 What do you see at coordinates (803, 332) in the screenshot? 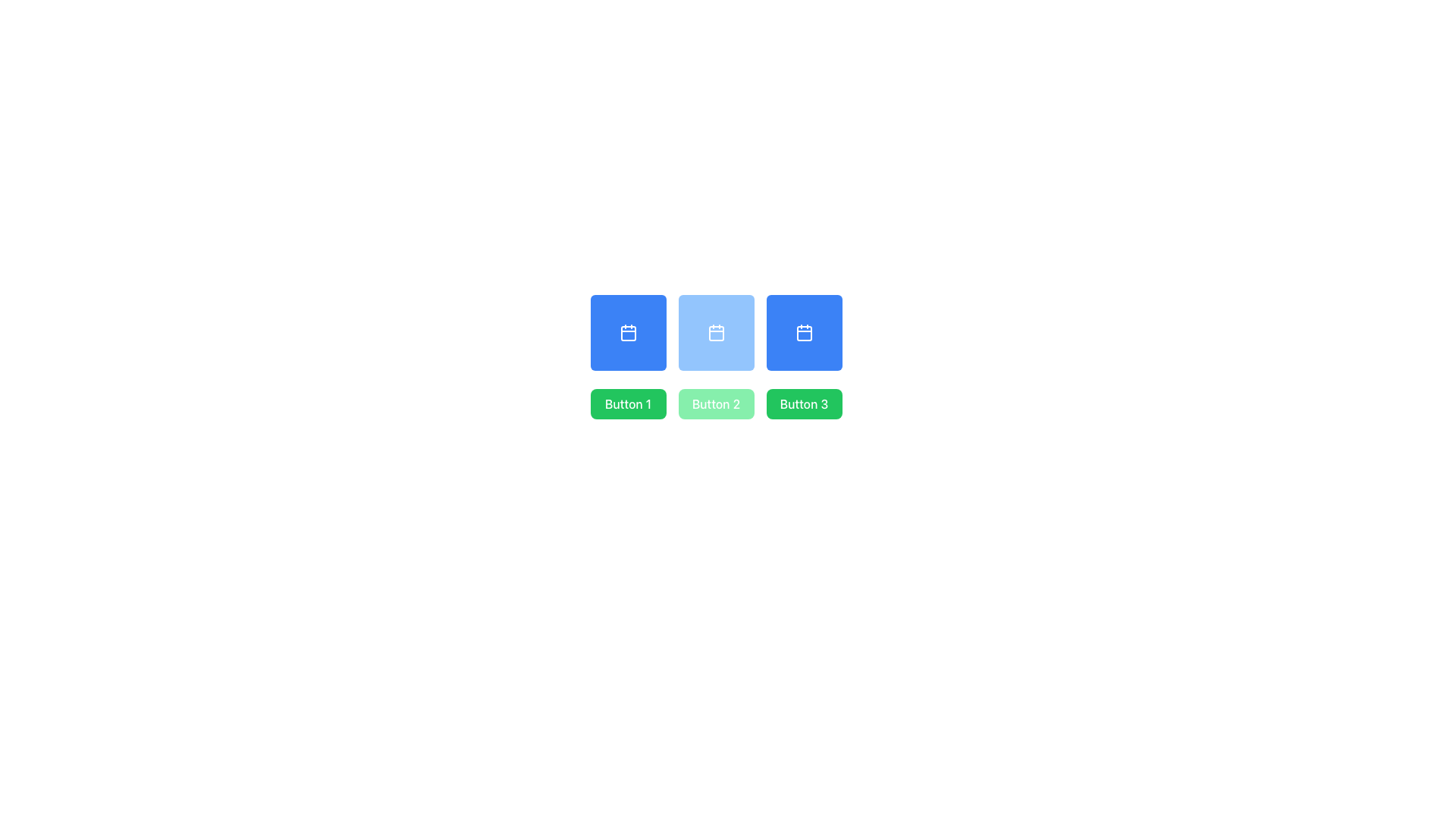
I see `the calendar icon, which is the third button in a horizontal group of three buttons located to the far right` at bounding box center [803, 332].